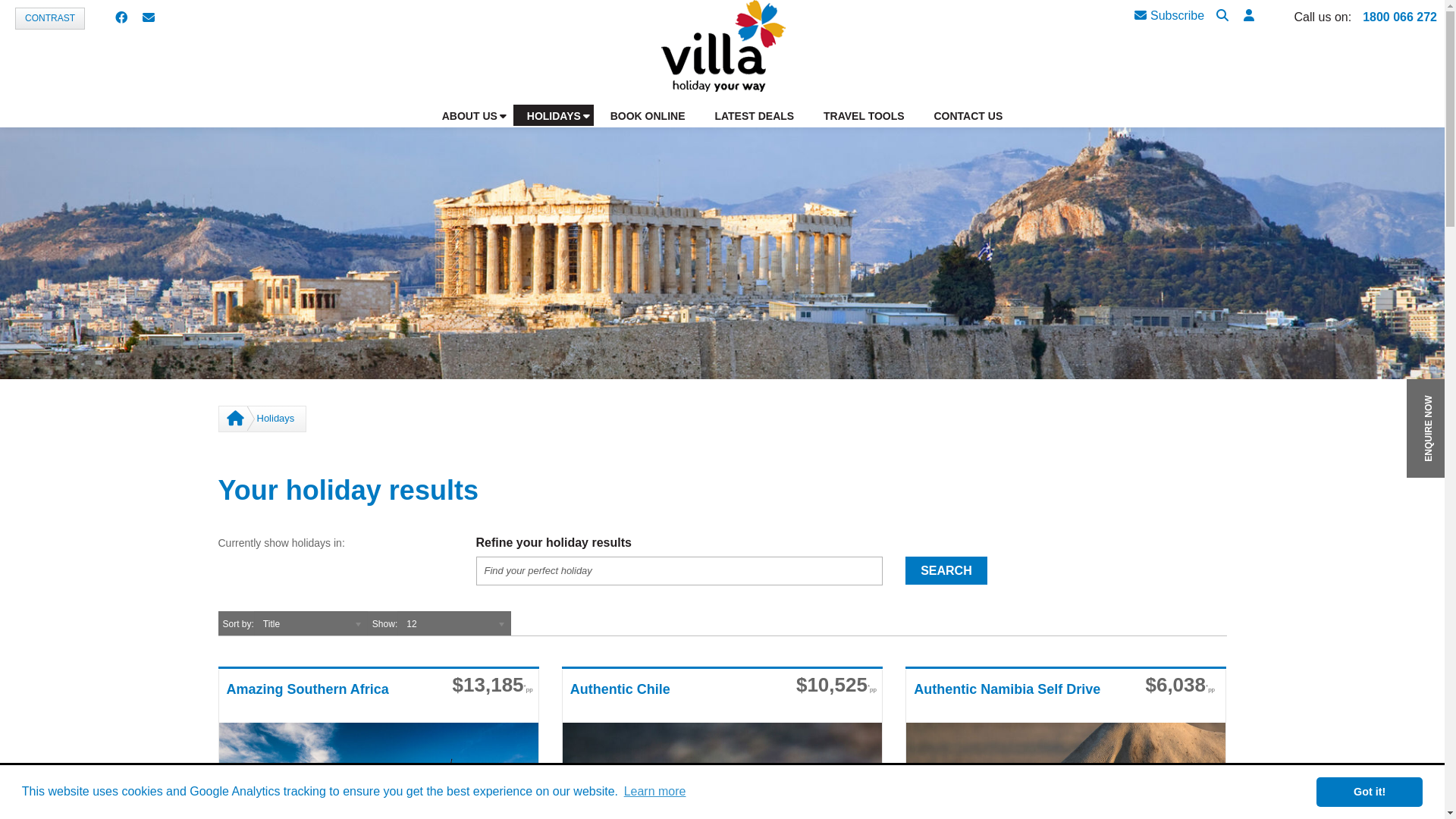 Image resolution: width=1456 pixels, height=819 pixels. What do you see at coordinates (1012, 701) in the screenshot?
I see `'Authentic Namibia Self Drive'` at bounding box center [1012, 701].